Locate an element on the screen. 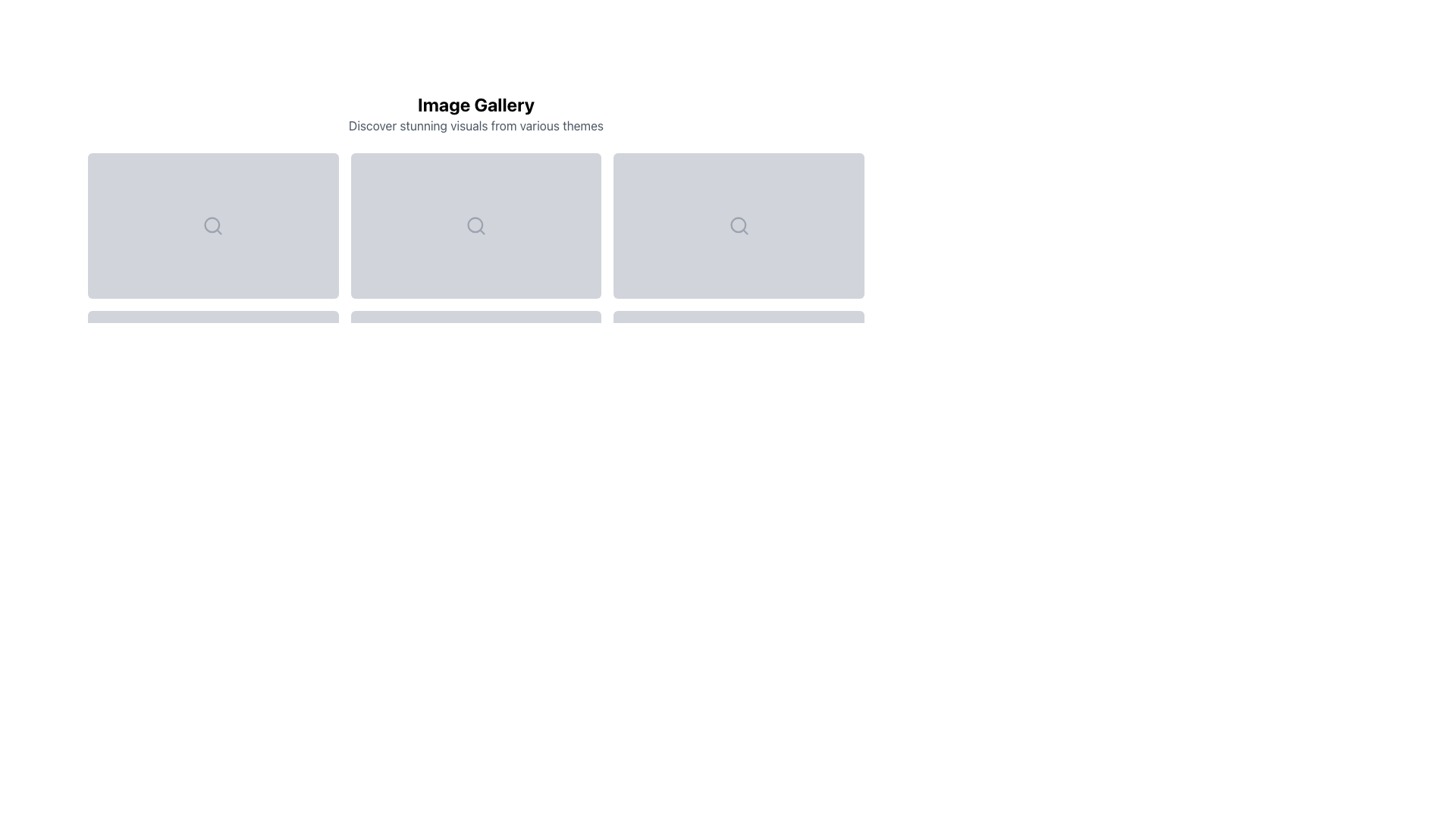  the circular component of the search icon located in the middle panel of the Image Gallery section is located at coordinates (474, 224).